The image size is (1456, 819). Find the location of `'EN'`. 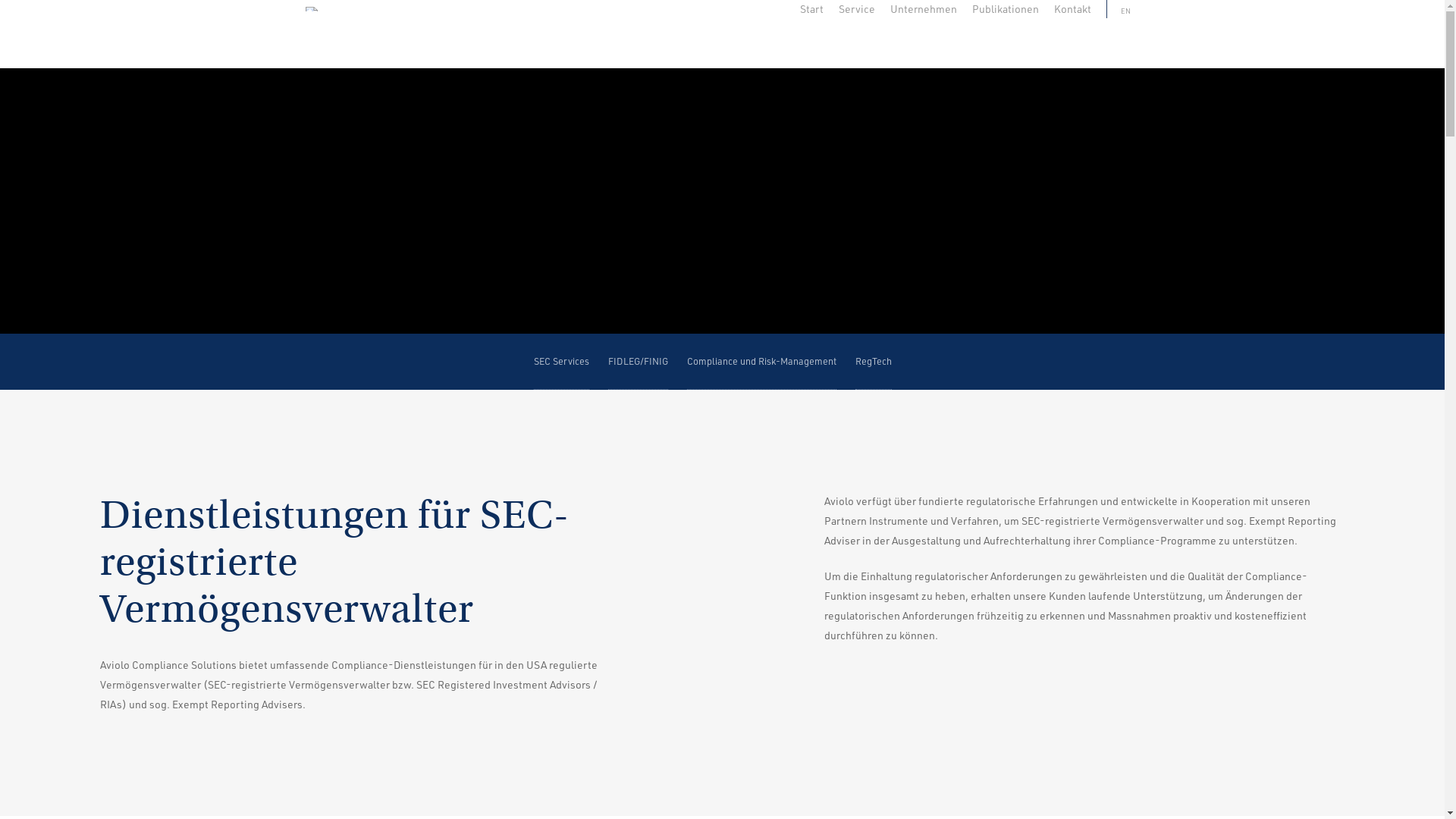

'EN' is located at coordinates (1106, 8).